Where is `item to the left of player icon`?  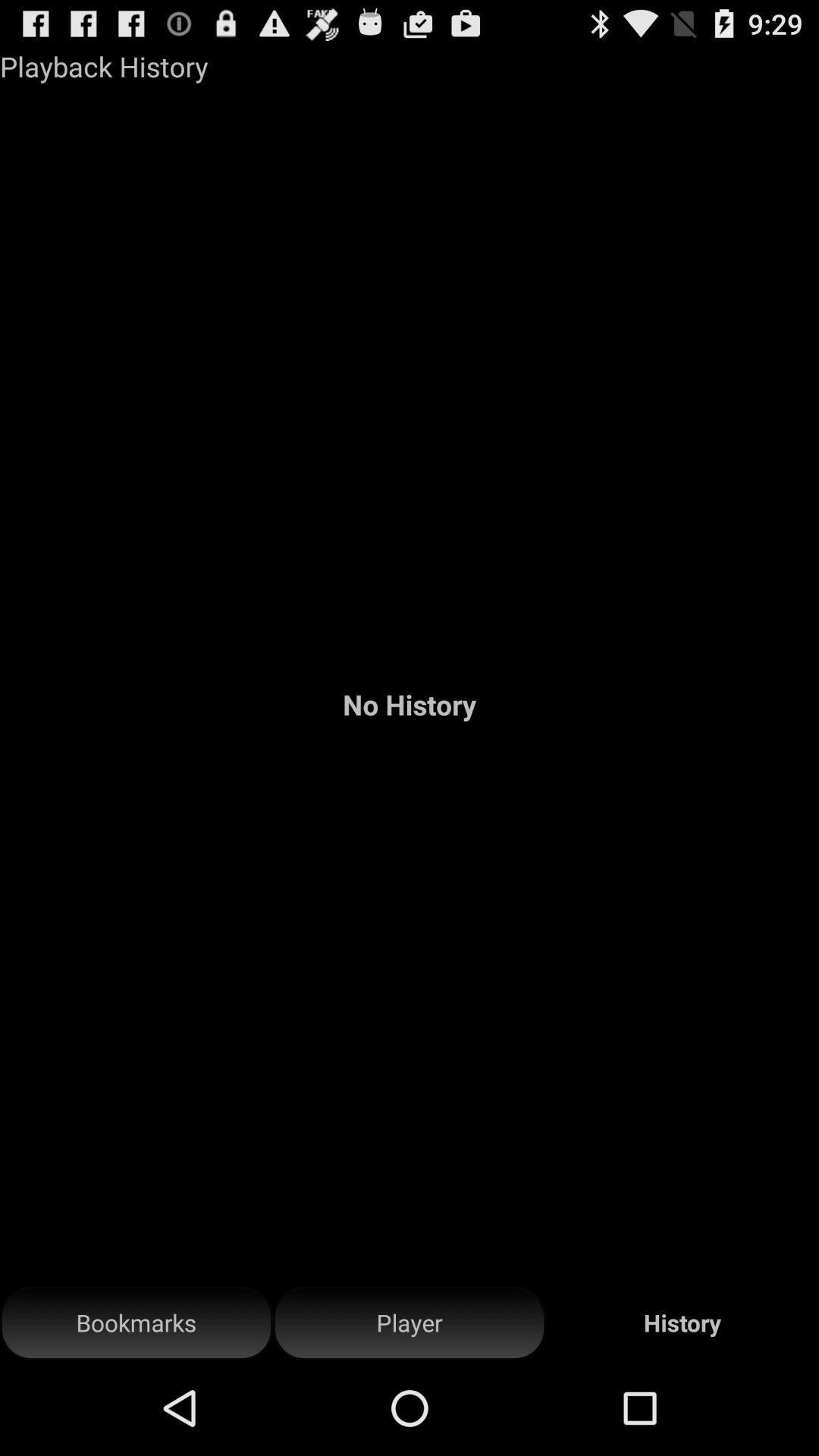
item to the left of player icon is located at coordinates (136, 1323).